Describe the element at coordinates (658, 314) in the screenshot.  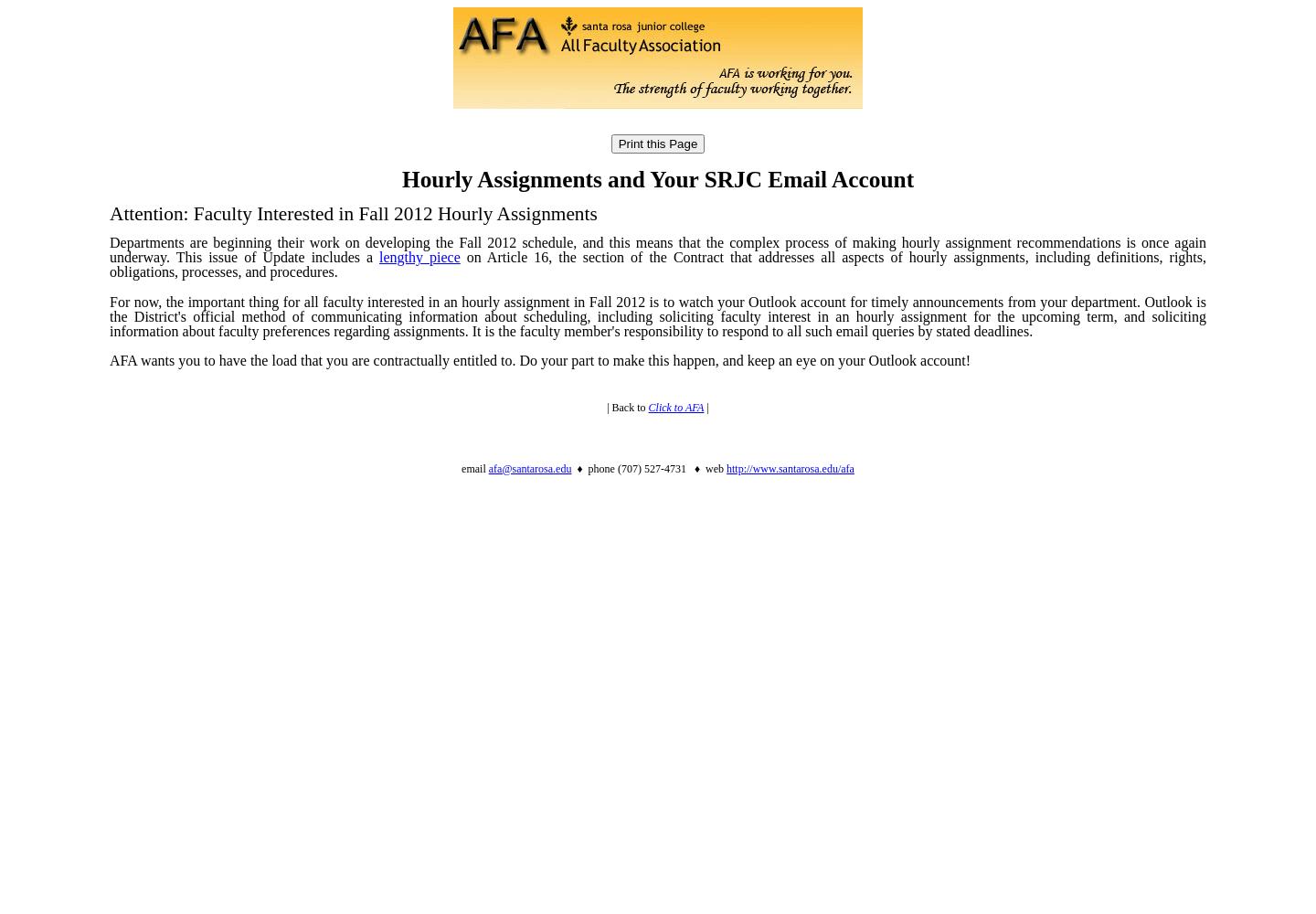
I see `'For now, the important thing for all faculty interested in an hourly assignment in Fall 2012 is to watch your Outlook account for timely announcements from your department. Outlook is the District's official method of communicating information about scheduling, including soliciting faculty interest in an hourly assignment for the upcoming term, and soliciting information about faculty preferences regarding assignments. It is the faculty member's responsibility to respond to all such email queries by stated deadlines.'` at that location.